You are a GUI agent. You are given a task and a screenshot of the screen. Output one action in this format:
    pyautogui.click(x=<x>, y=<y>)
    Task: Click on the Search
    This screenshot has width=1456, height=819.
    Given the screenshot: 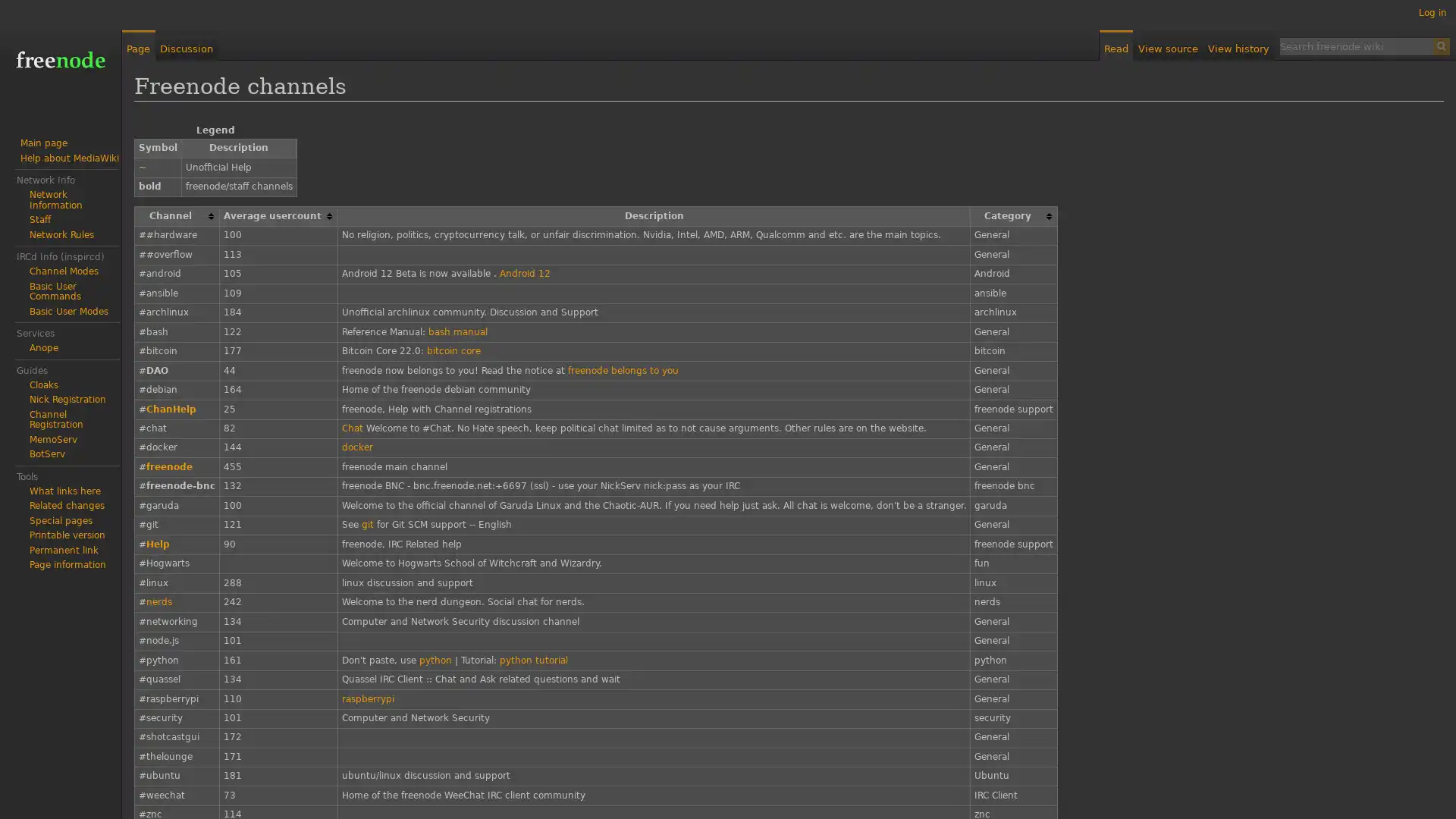 What is the action you would take?
    pyautogui.click(x=1440, y=45)
    